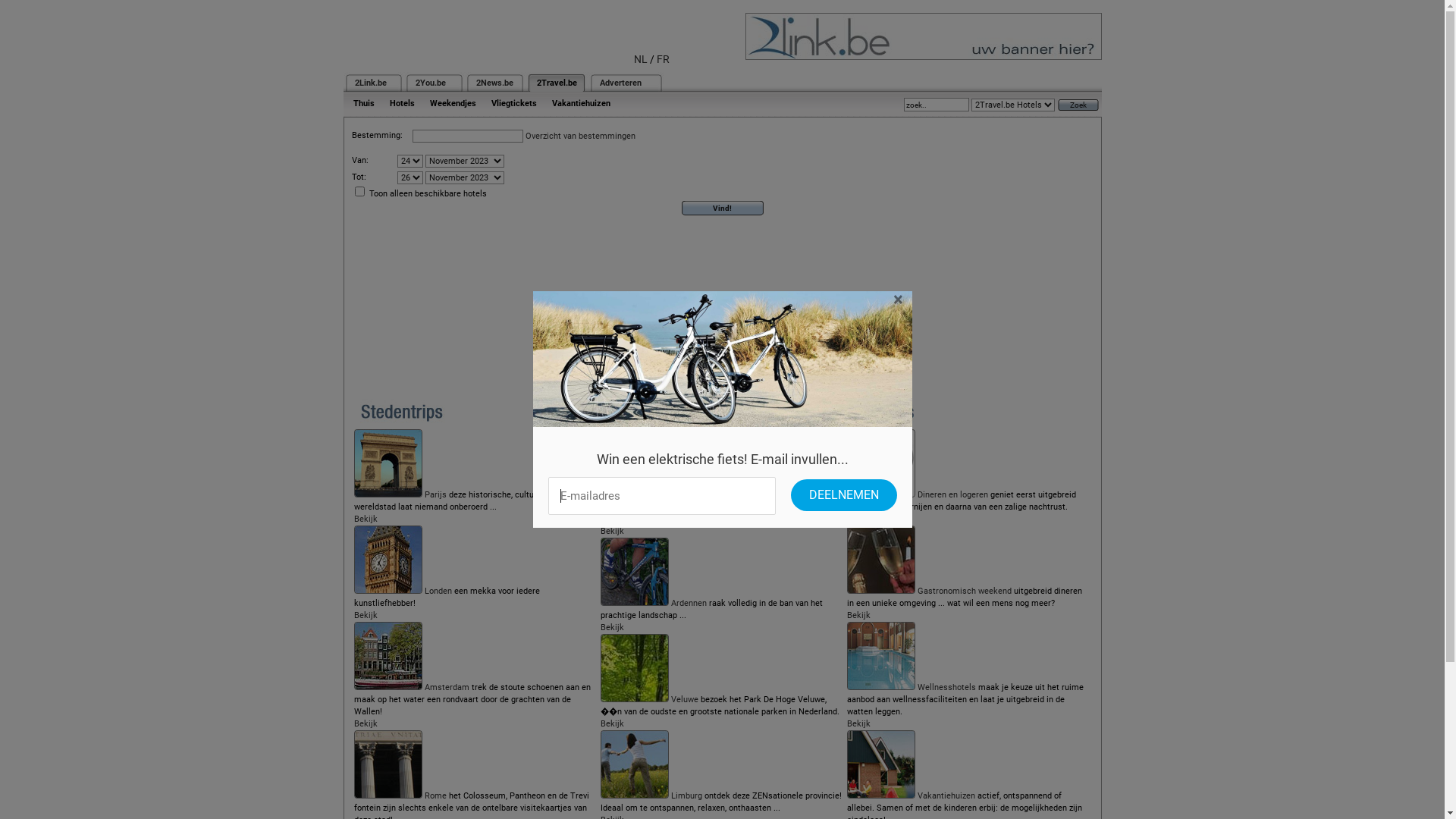  Describe the element at coordinates (858, 723) in the screenshot. I see `'Bekijk'` at that location.